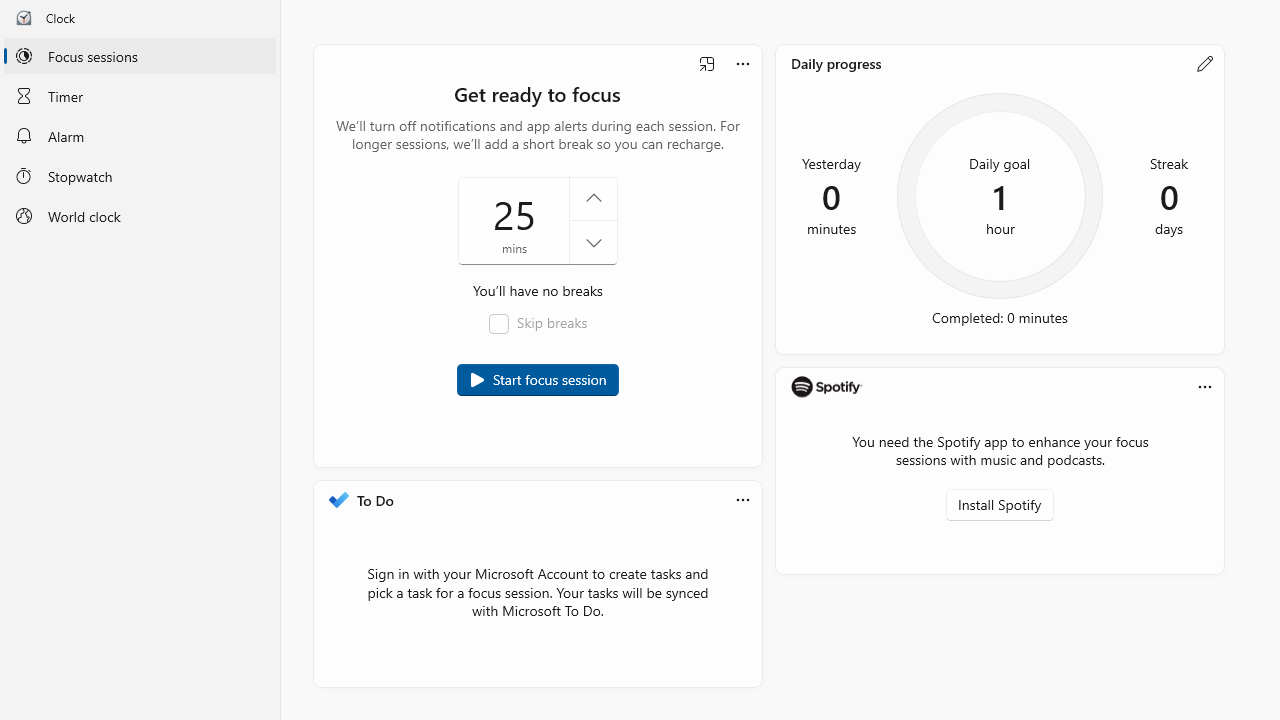  Describe the element at coordinates (592, 242) in the screenshot. I see `'Decrease the focus session time'` at that location.